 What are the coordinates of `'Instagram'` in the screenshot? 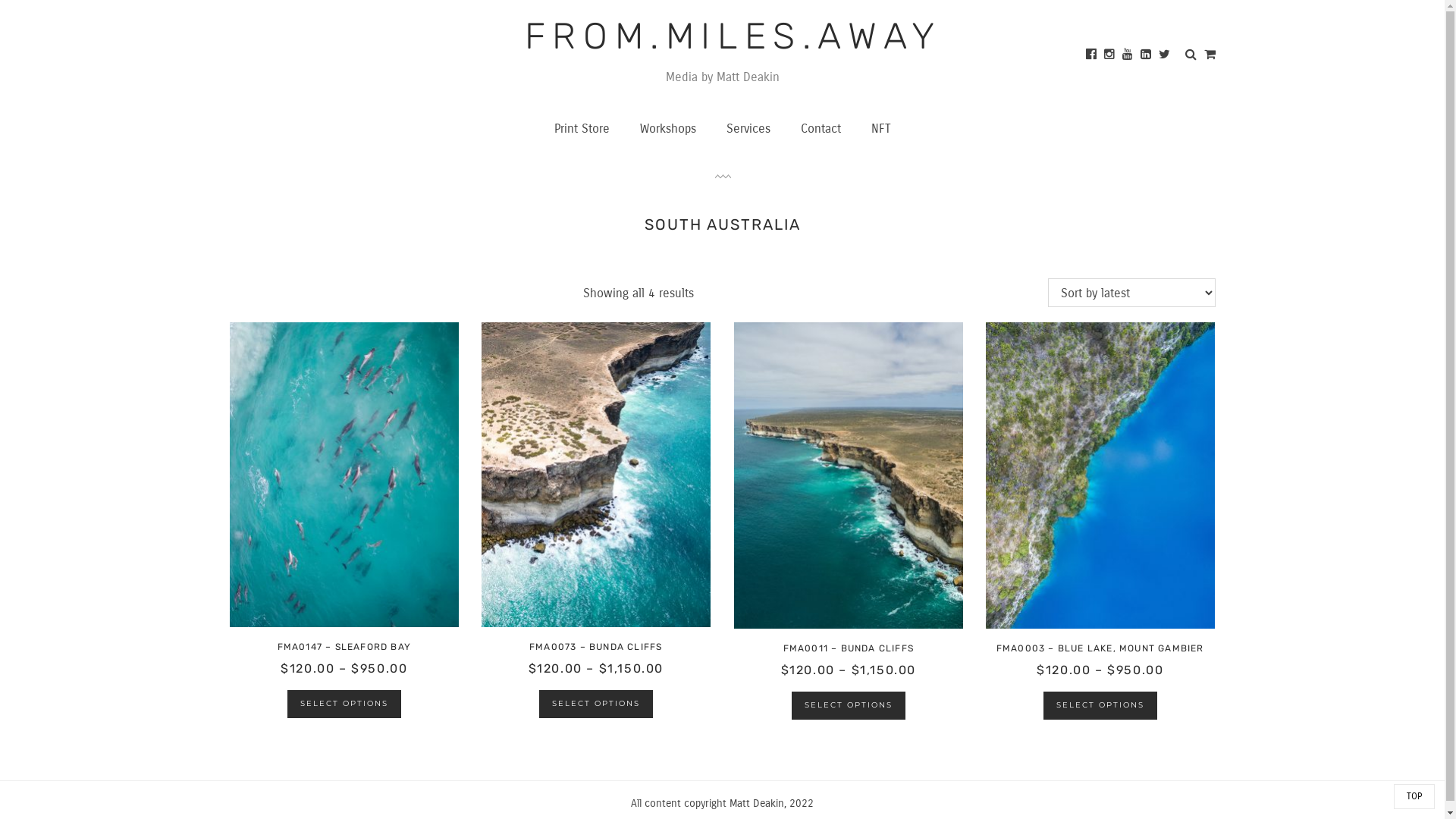 It's located at (1103, 52).